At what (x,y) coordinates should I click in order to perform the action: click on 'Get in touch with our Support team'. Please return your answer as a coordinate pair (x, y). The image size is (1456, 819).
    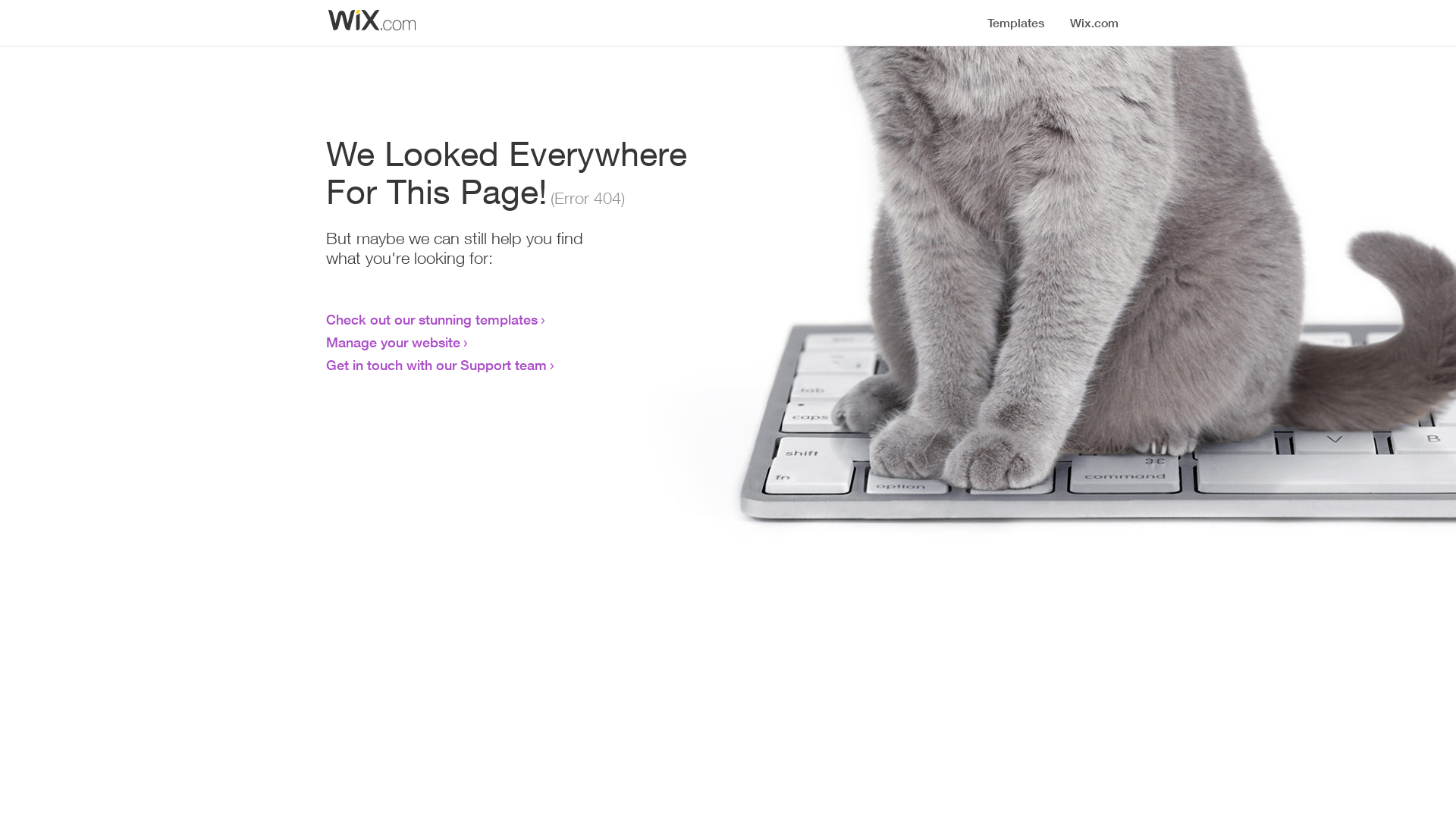
    Looking at the image, I should click on (435, 365).